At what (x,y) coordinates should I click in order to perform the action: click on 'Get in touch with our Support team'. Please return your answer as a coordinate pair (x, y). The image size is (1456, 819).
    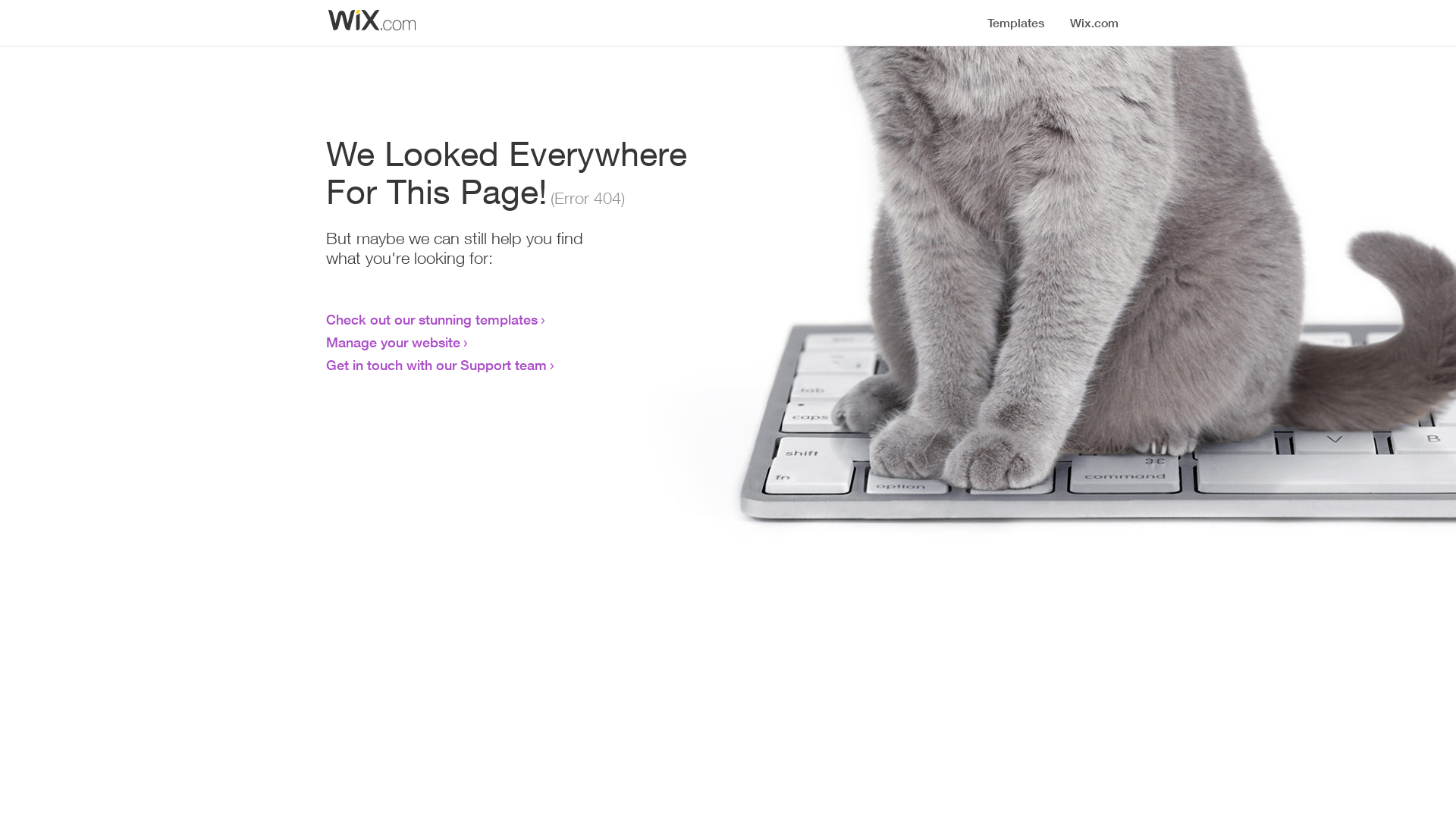
    Looking at the image, I should click on (435, 365).